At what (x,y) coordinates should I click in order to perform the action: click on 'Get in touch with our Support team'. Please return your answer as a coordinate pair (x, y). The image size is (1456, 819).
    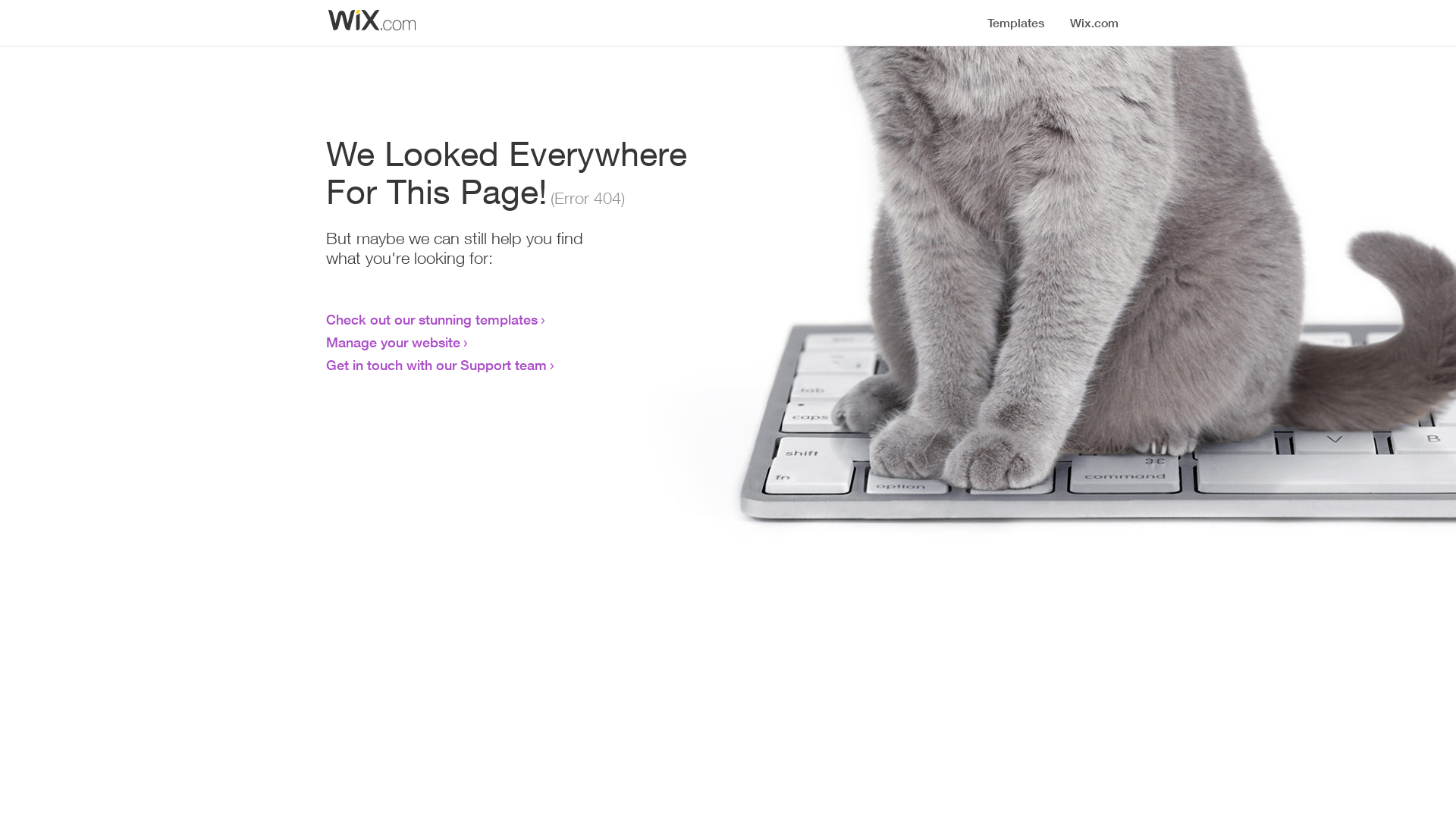
    Looking at the image, I should click on (435, 365).